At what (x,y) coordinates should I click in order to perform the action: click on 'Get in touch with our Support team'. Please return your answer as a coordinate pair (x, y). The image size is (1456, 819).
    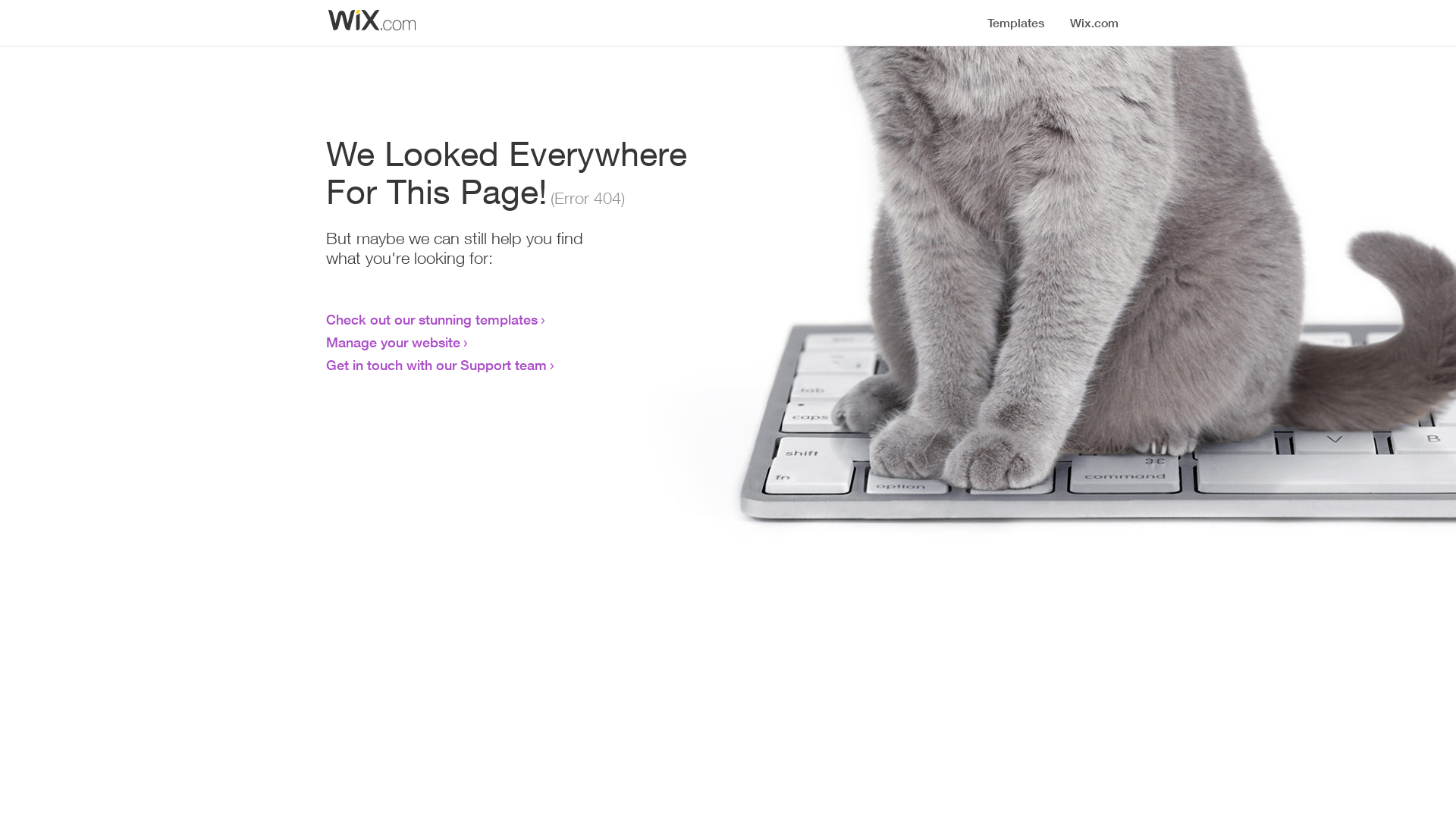
    Looking at the image, I should click on (435, 365).